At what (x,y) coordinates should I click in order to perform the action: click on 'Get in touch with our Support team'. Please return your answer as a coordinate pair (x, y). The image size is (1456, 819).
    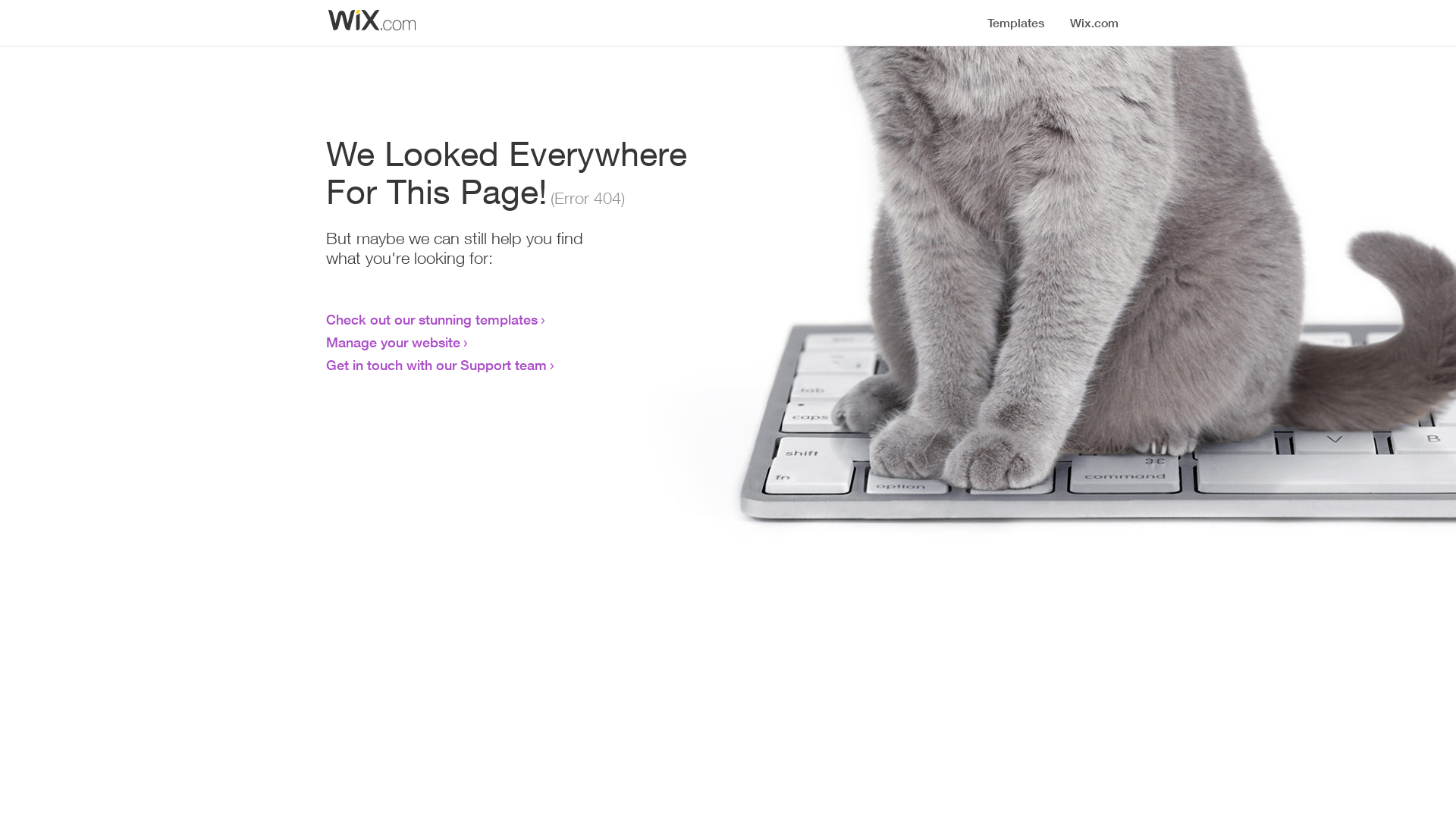
    Looking at the image, I should click on (435, 365).